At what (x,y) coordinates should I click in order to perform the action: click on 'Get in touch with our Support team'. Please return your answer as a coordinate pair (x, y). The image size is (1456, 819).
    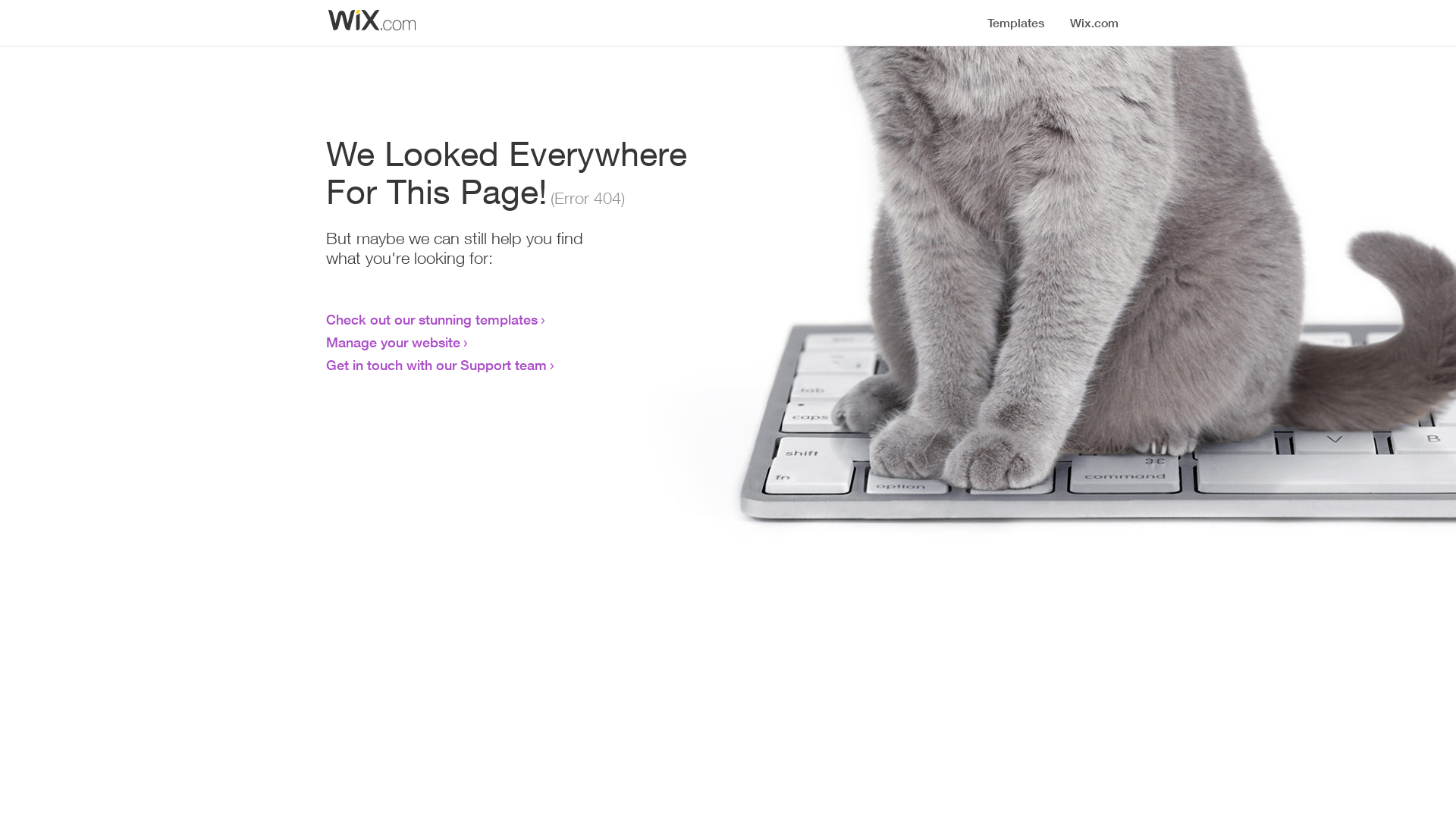
    Looking at the image, I should click on (435, 365).